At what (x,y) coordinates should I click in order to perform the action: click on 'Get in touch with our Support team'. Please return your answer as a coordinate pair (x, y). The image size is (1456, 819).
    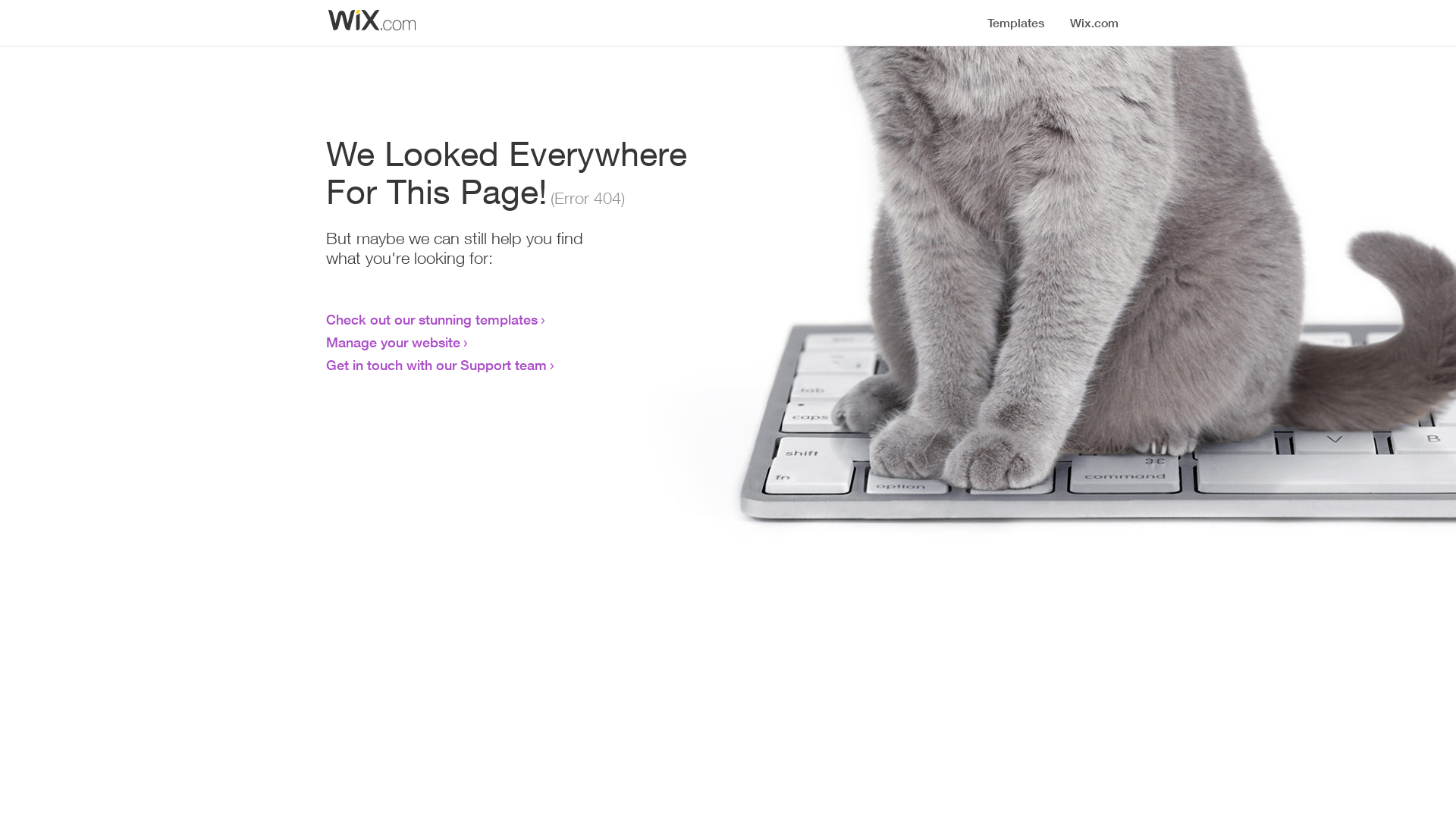
    Looking at the image, I should click on (435, 365).